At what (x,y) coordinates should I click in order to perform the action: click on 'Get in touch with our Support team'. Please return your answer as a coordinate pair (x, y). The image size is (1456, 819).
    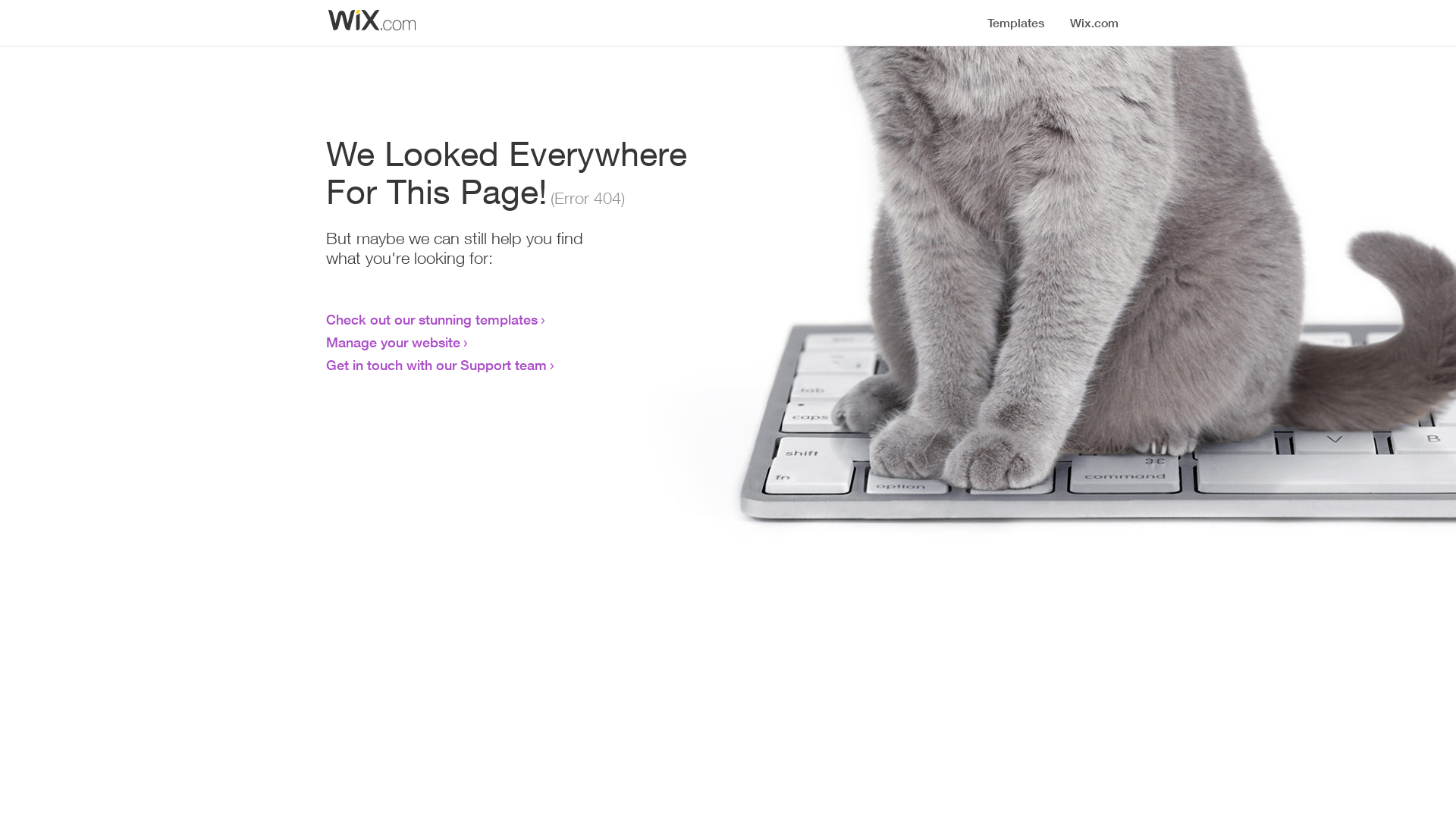
    Looking at the image, I should click on (435, 365).